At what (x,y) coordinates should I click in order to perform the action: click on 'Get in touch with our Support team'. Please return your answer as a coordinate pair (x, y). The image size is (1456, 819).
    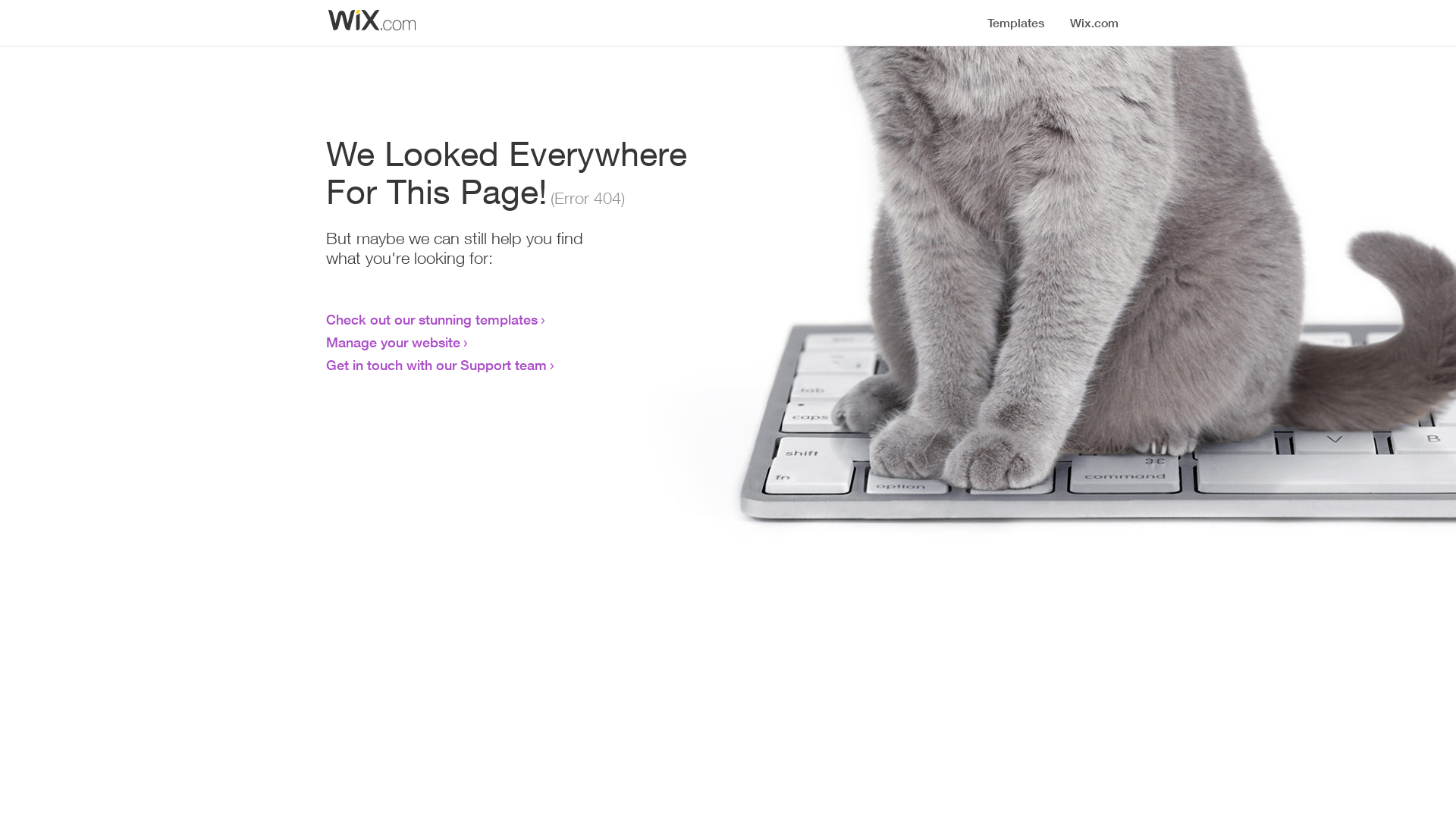
    Looking at the image, I should click on (435, 365).